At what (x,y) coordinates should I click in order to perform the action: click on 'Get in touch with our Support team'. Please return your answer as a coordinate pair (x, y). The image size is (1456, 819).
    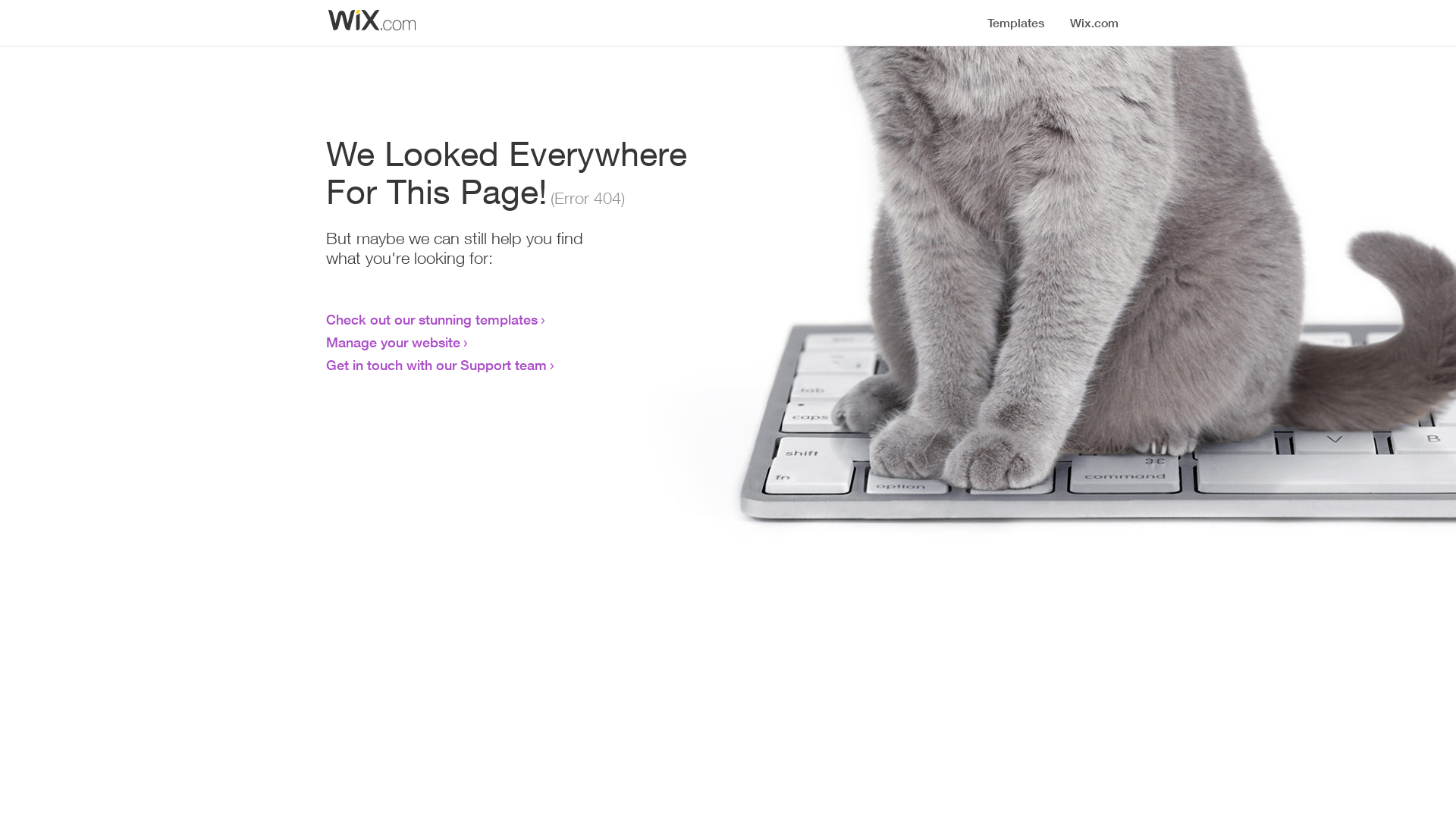
    Looking at the image, I should click on (435, 365).